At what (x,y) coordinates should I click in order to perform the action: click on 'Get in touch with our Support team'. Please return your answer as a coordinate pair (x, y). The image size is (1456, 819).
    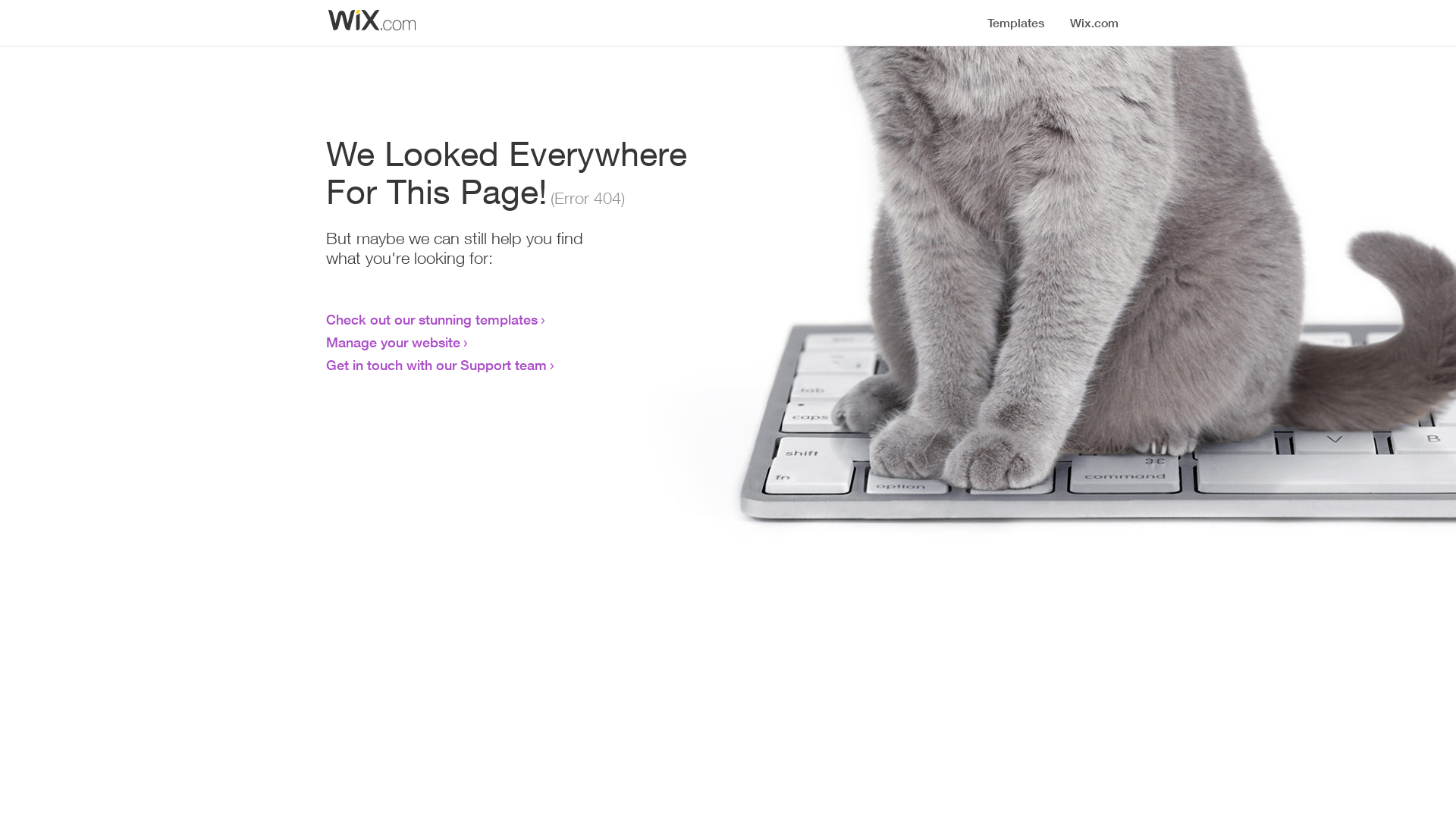
    Looking at the image, I should click on (435, 365).